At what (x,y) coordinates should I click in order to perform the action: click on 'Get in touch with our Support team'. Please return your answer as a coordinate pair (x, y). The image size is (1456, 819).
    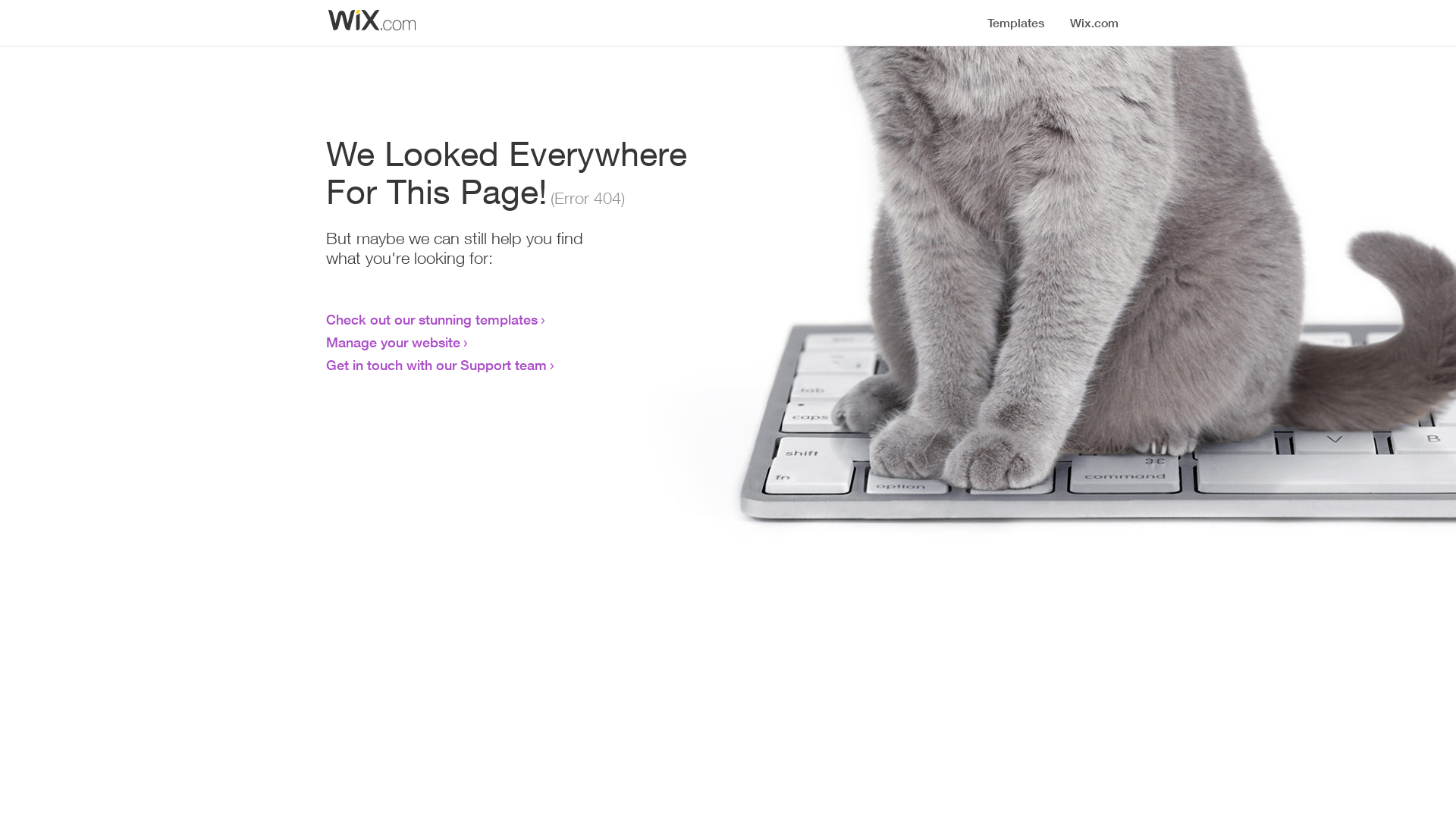
    Looking at the image, I should click on (435, 365).